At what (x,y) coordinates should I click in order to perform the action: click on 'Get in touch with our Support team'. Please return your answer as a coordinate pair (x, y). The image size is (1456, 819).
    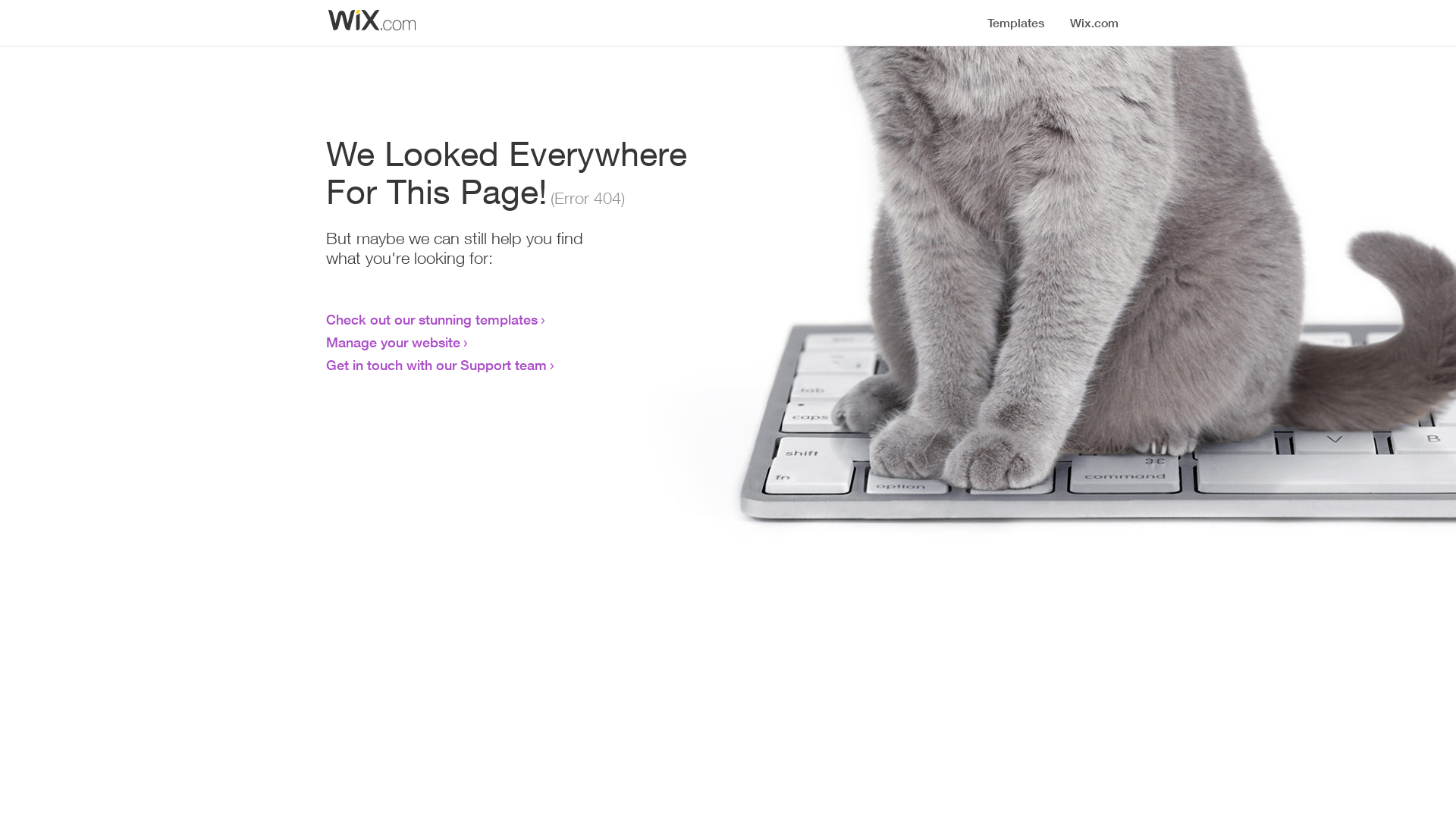
    Looking at the image, I should click on (435, 365).